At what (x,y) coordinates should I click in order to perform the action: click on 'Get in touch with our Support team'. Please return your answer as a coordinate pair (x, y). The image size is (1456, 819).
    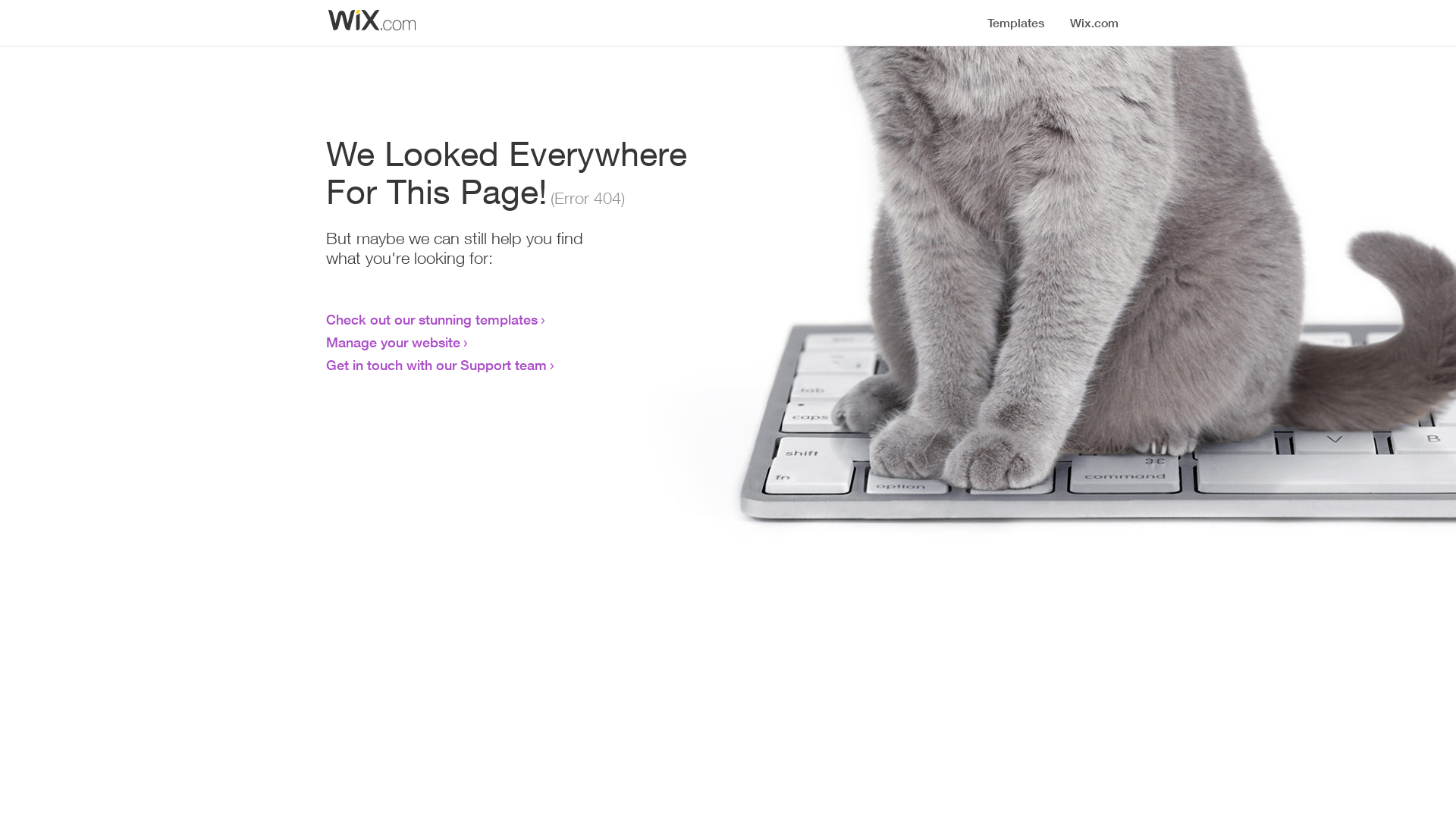
    Looking at the image, I should click on (435, 365).